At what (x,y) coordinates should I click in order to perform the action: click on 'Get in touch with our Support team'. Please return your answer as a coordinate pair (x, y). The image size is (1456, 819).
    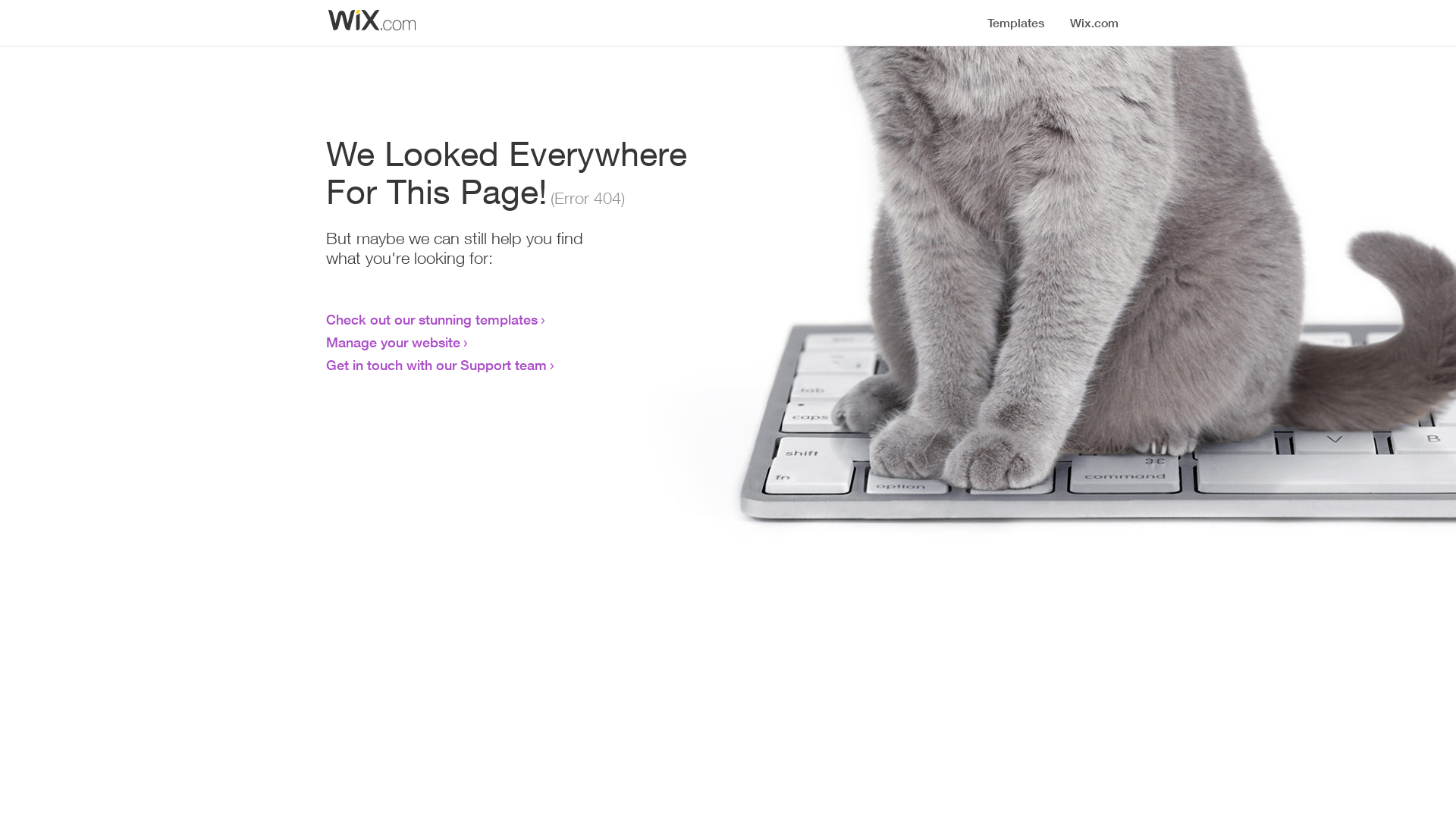
    Looking at the image, I should click on (435, 365).